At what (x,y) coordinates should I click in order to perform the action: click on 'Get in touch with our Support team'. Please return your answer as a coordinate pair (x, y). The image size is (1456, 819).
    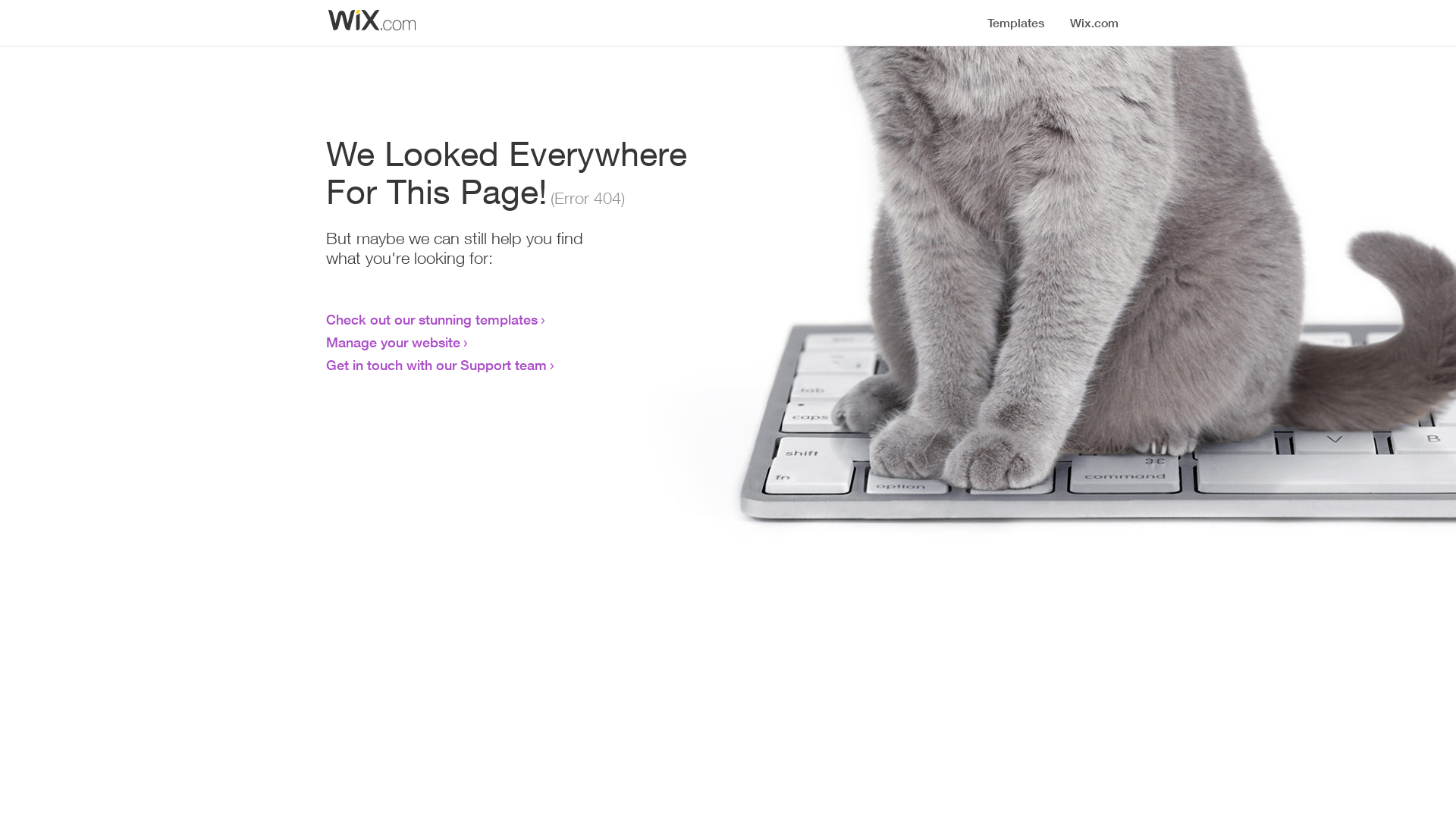
    Looking at the image, I should click on (435, 365).